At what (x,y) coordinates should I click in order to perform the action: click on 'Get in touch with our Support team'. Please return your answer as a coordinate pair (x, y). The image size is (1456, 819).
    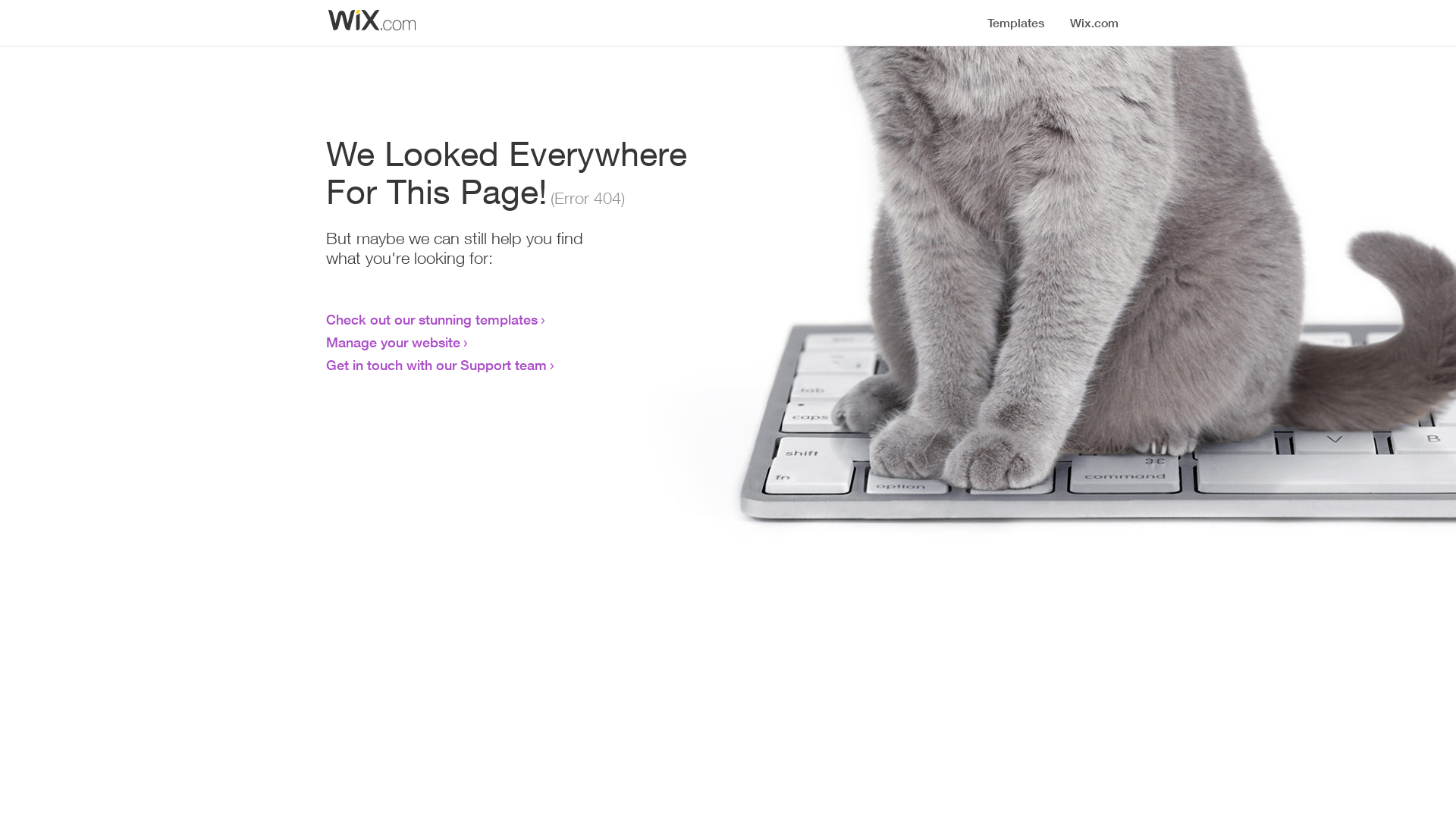
    Looking at the image, I should click on (435, 365).